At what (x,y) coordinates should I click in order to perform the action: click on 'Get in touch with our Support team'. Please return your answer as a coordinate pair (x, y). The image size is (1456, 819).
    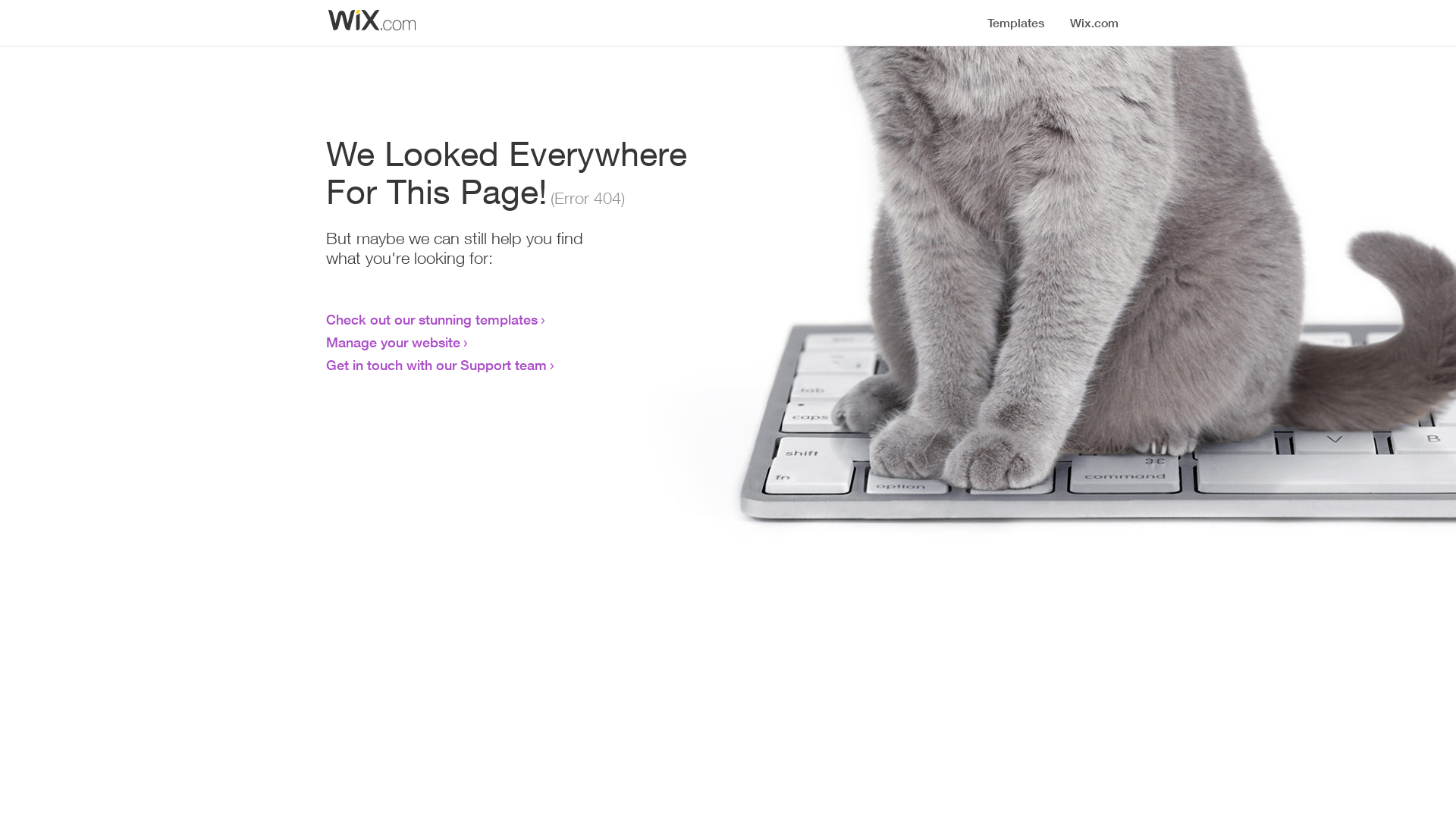
    Looking at the image, I should click on (435, 365).